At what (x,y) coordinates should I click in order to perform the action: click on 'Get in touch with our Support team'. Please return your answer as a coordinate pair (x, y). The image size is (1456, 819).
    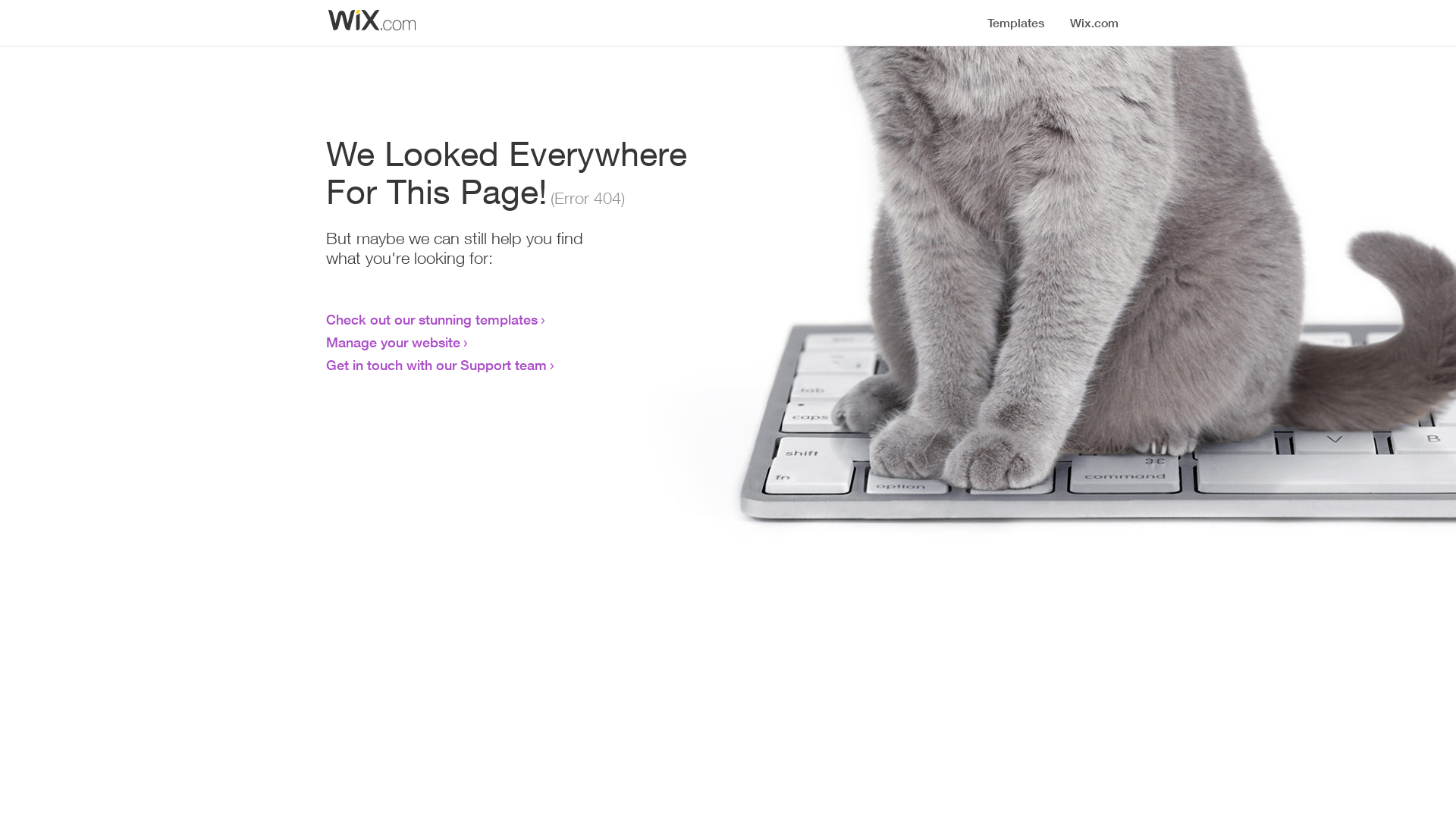
    Looking at the image, I should click on (435, 365).